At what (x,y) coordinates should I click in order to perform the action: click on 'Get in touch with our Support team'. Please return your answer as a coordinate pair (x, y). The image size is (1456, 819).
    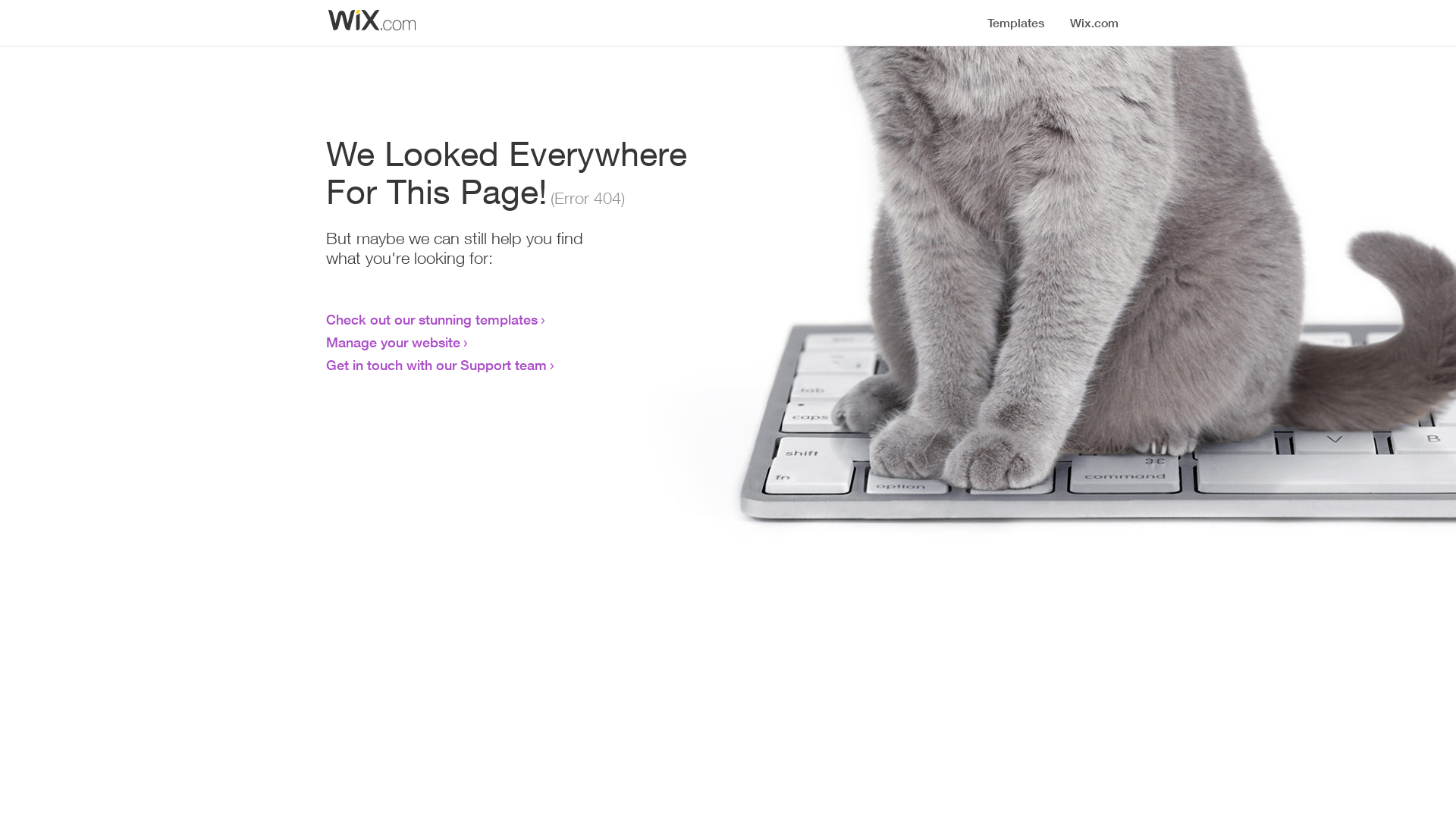
    Looking at the image, I should click on (435, 365).